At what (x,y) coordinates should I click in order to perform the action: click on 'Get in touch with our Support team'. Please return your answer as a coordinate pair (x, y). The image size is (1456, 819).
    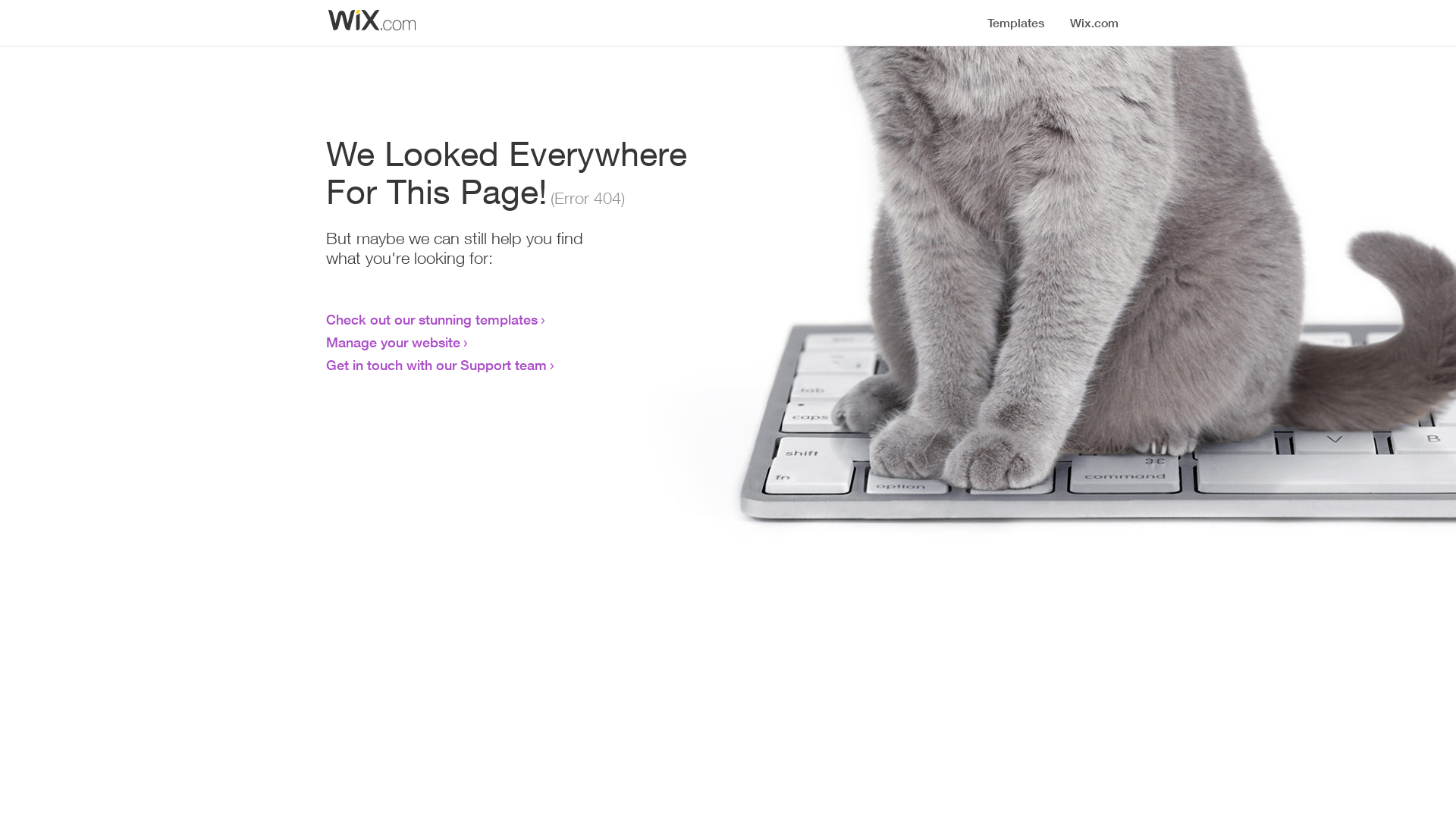
    Looking at the image, I should click on (435, 365).